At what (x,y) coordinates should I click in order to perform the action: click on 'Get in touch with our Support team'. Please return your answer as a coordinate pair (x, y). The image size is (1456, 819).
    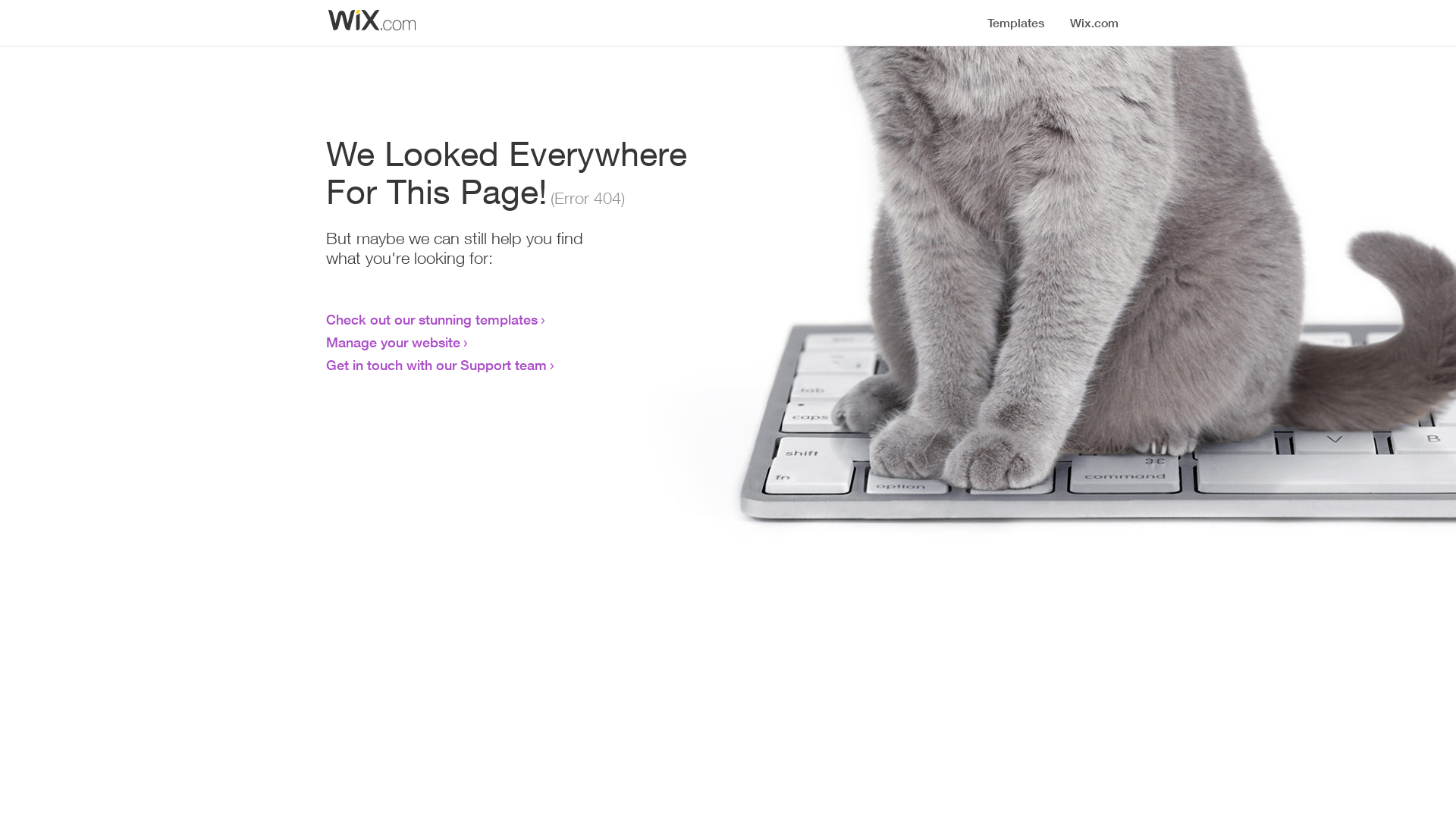
    Looking at the image, I should click on (435, 365).